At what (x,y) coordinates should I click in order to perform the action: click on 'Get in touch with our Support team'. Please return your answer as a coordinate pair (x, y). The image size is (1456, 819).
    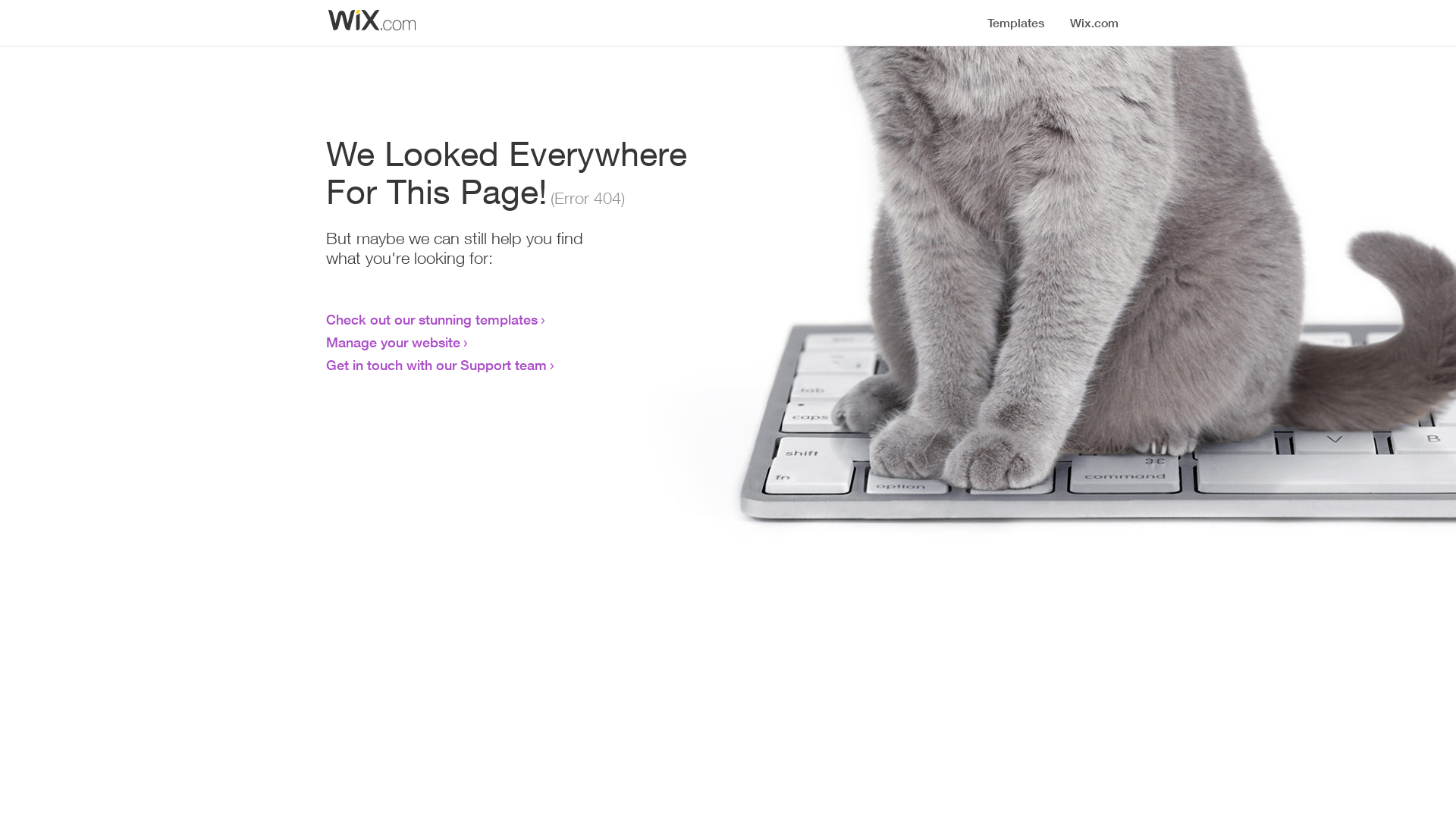
    Looking at the image, I should click on (435, 365).